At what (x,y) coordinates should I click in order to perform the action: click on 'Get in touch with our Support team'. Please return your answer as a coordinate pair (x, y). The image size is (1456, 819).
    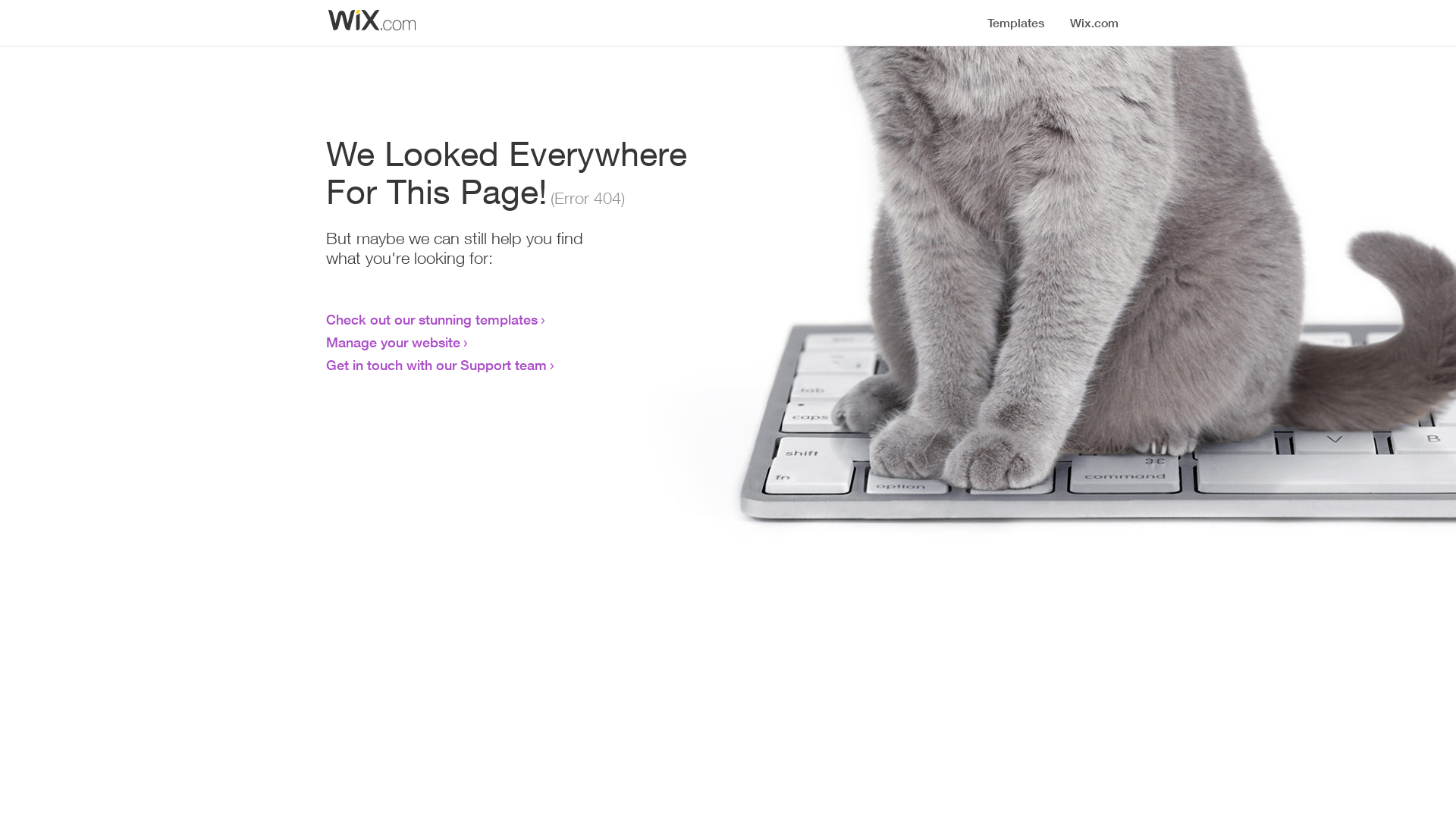
    Looking at the image, I should click on (435, 365).